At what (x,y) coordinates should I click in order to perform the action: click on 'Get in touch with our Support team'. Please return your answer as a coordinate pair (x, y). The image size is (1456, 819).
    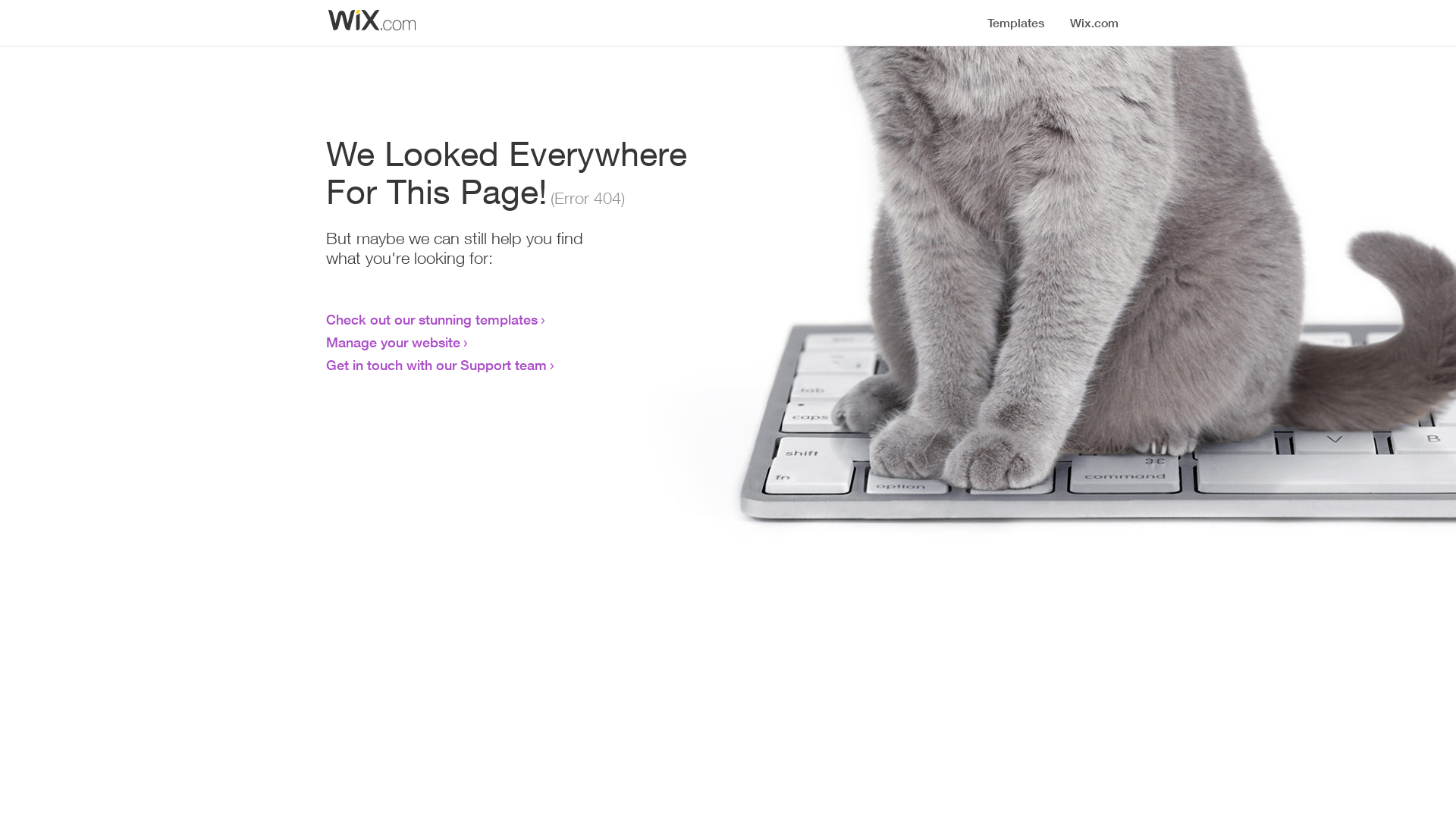
    Looking at the image, I should click on (435, 365).